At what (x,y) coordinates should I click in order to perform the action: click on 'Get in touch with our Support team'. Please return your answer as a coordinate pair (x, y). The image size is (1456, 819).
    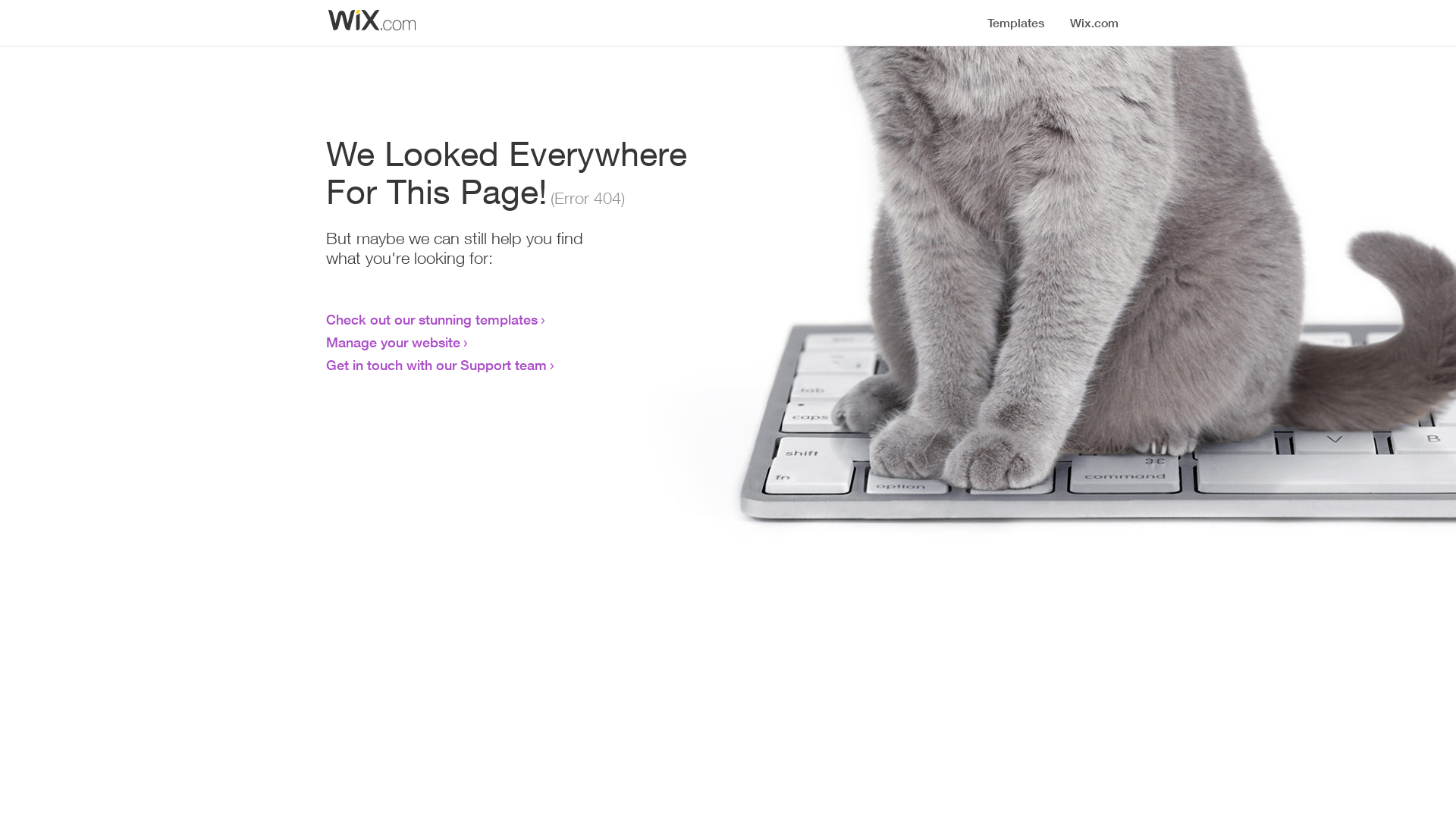
    Looking at the image, I should click on (435, 365).